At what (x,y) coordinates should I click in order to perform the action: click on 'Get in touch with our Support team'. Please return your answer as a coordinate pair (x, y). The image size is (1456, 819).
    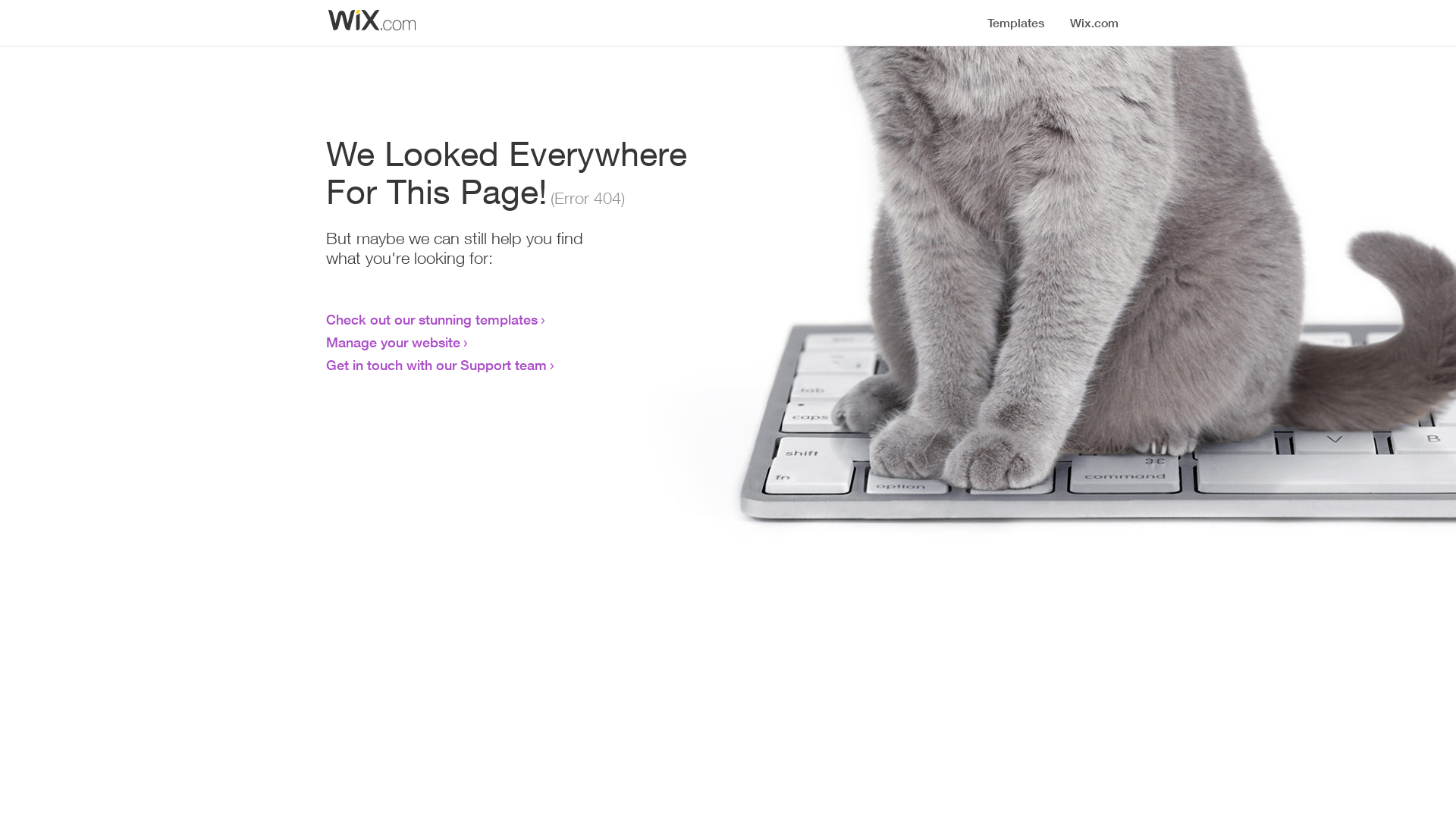
    Looking at the image, I should click on (435, 365).